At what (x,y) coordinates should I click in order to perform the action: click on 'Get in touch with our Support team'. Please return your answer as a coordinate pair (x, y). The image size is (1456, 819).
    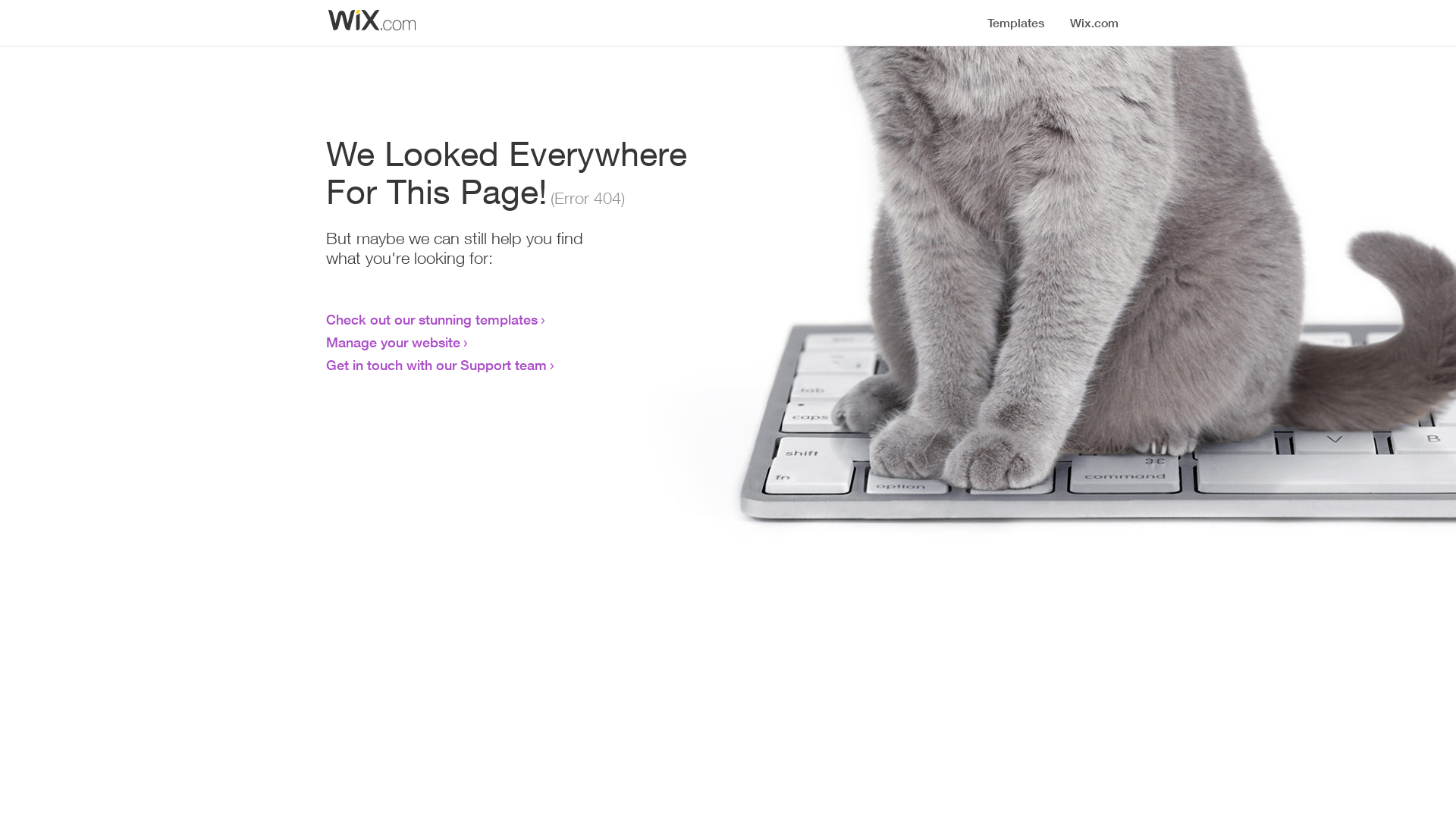
    Looking at the image, I should click on (435, 365).